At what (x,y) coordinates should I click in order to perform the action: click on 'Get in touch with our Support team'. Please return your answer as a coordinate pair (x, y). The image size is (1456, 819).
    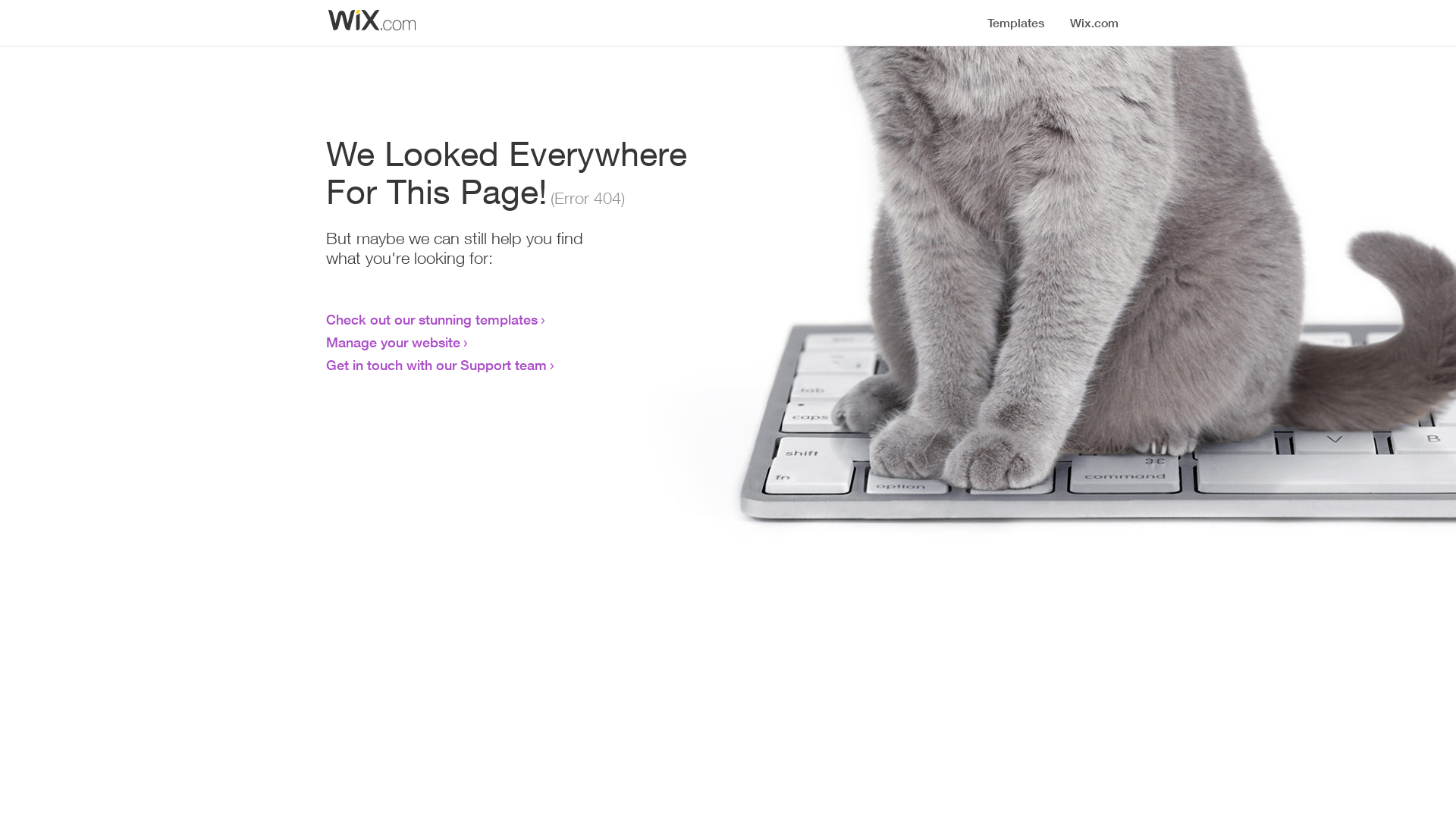
    Looking at the image, I should click on (435, 365).